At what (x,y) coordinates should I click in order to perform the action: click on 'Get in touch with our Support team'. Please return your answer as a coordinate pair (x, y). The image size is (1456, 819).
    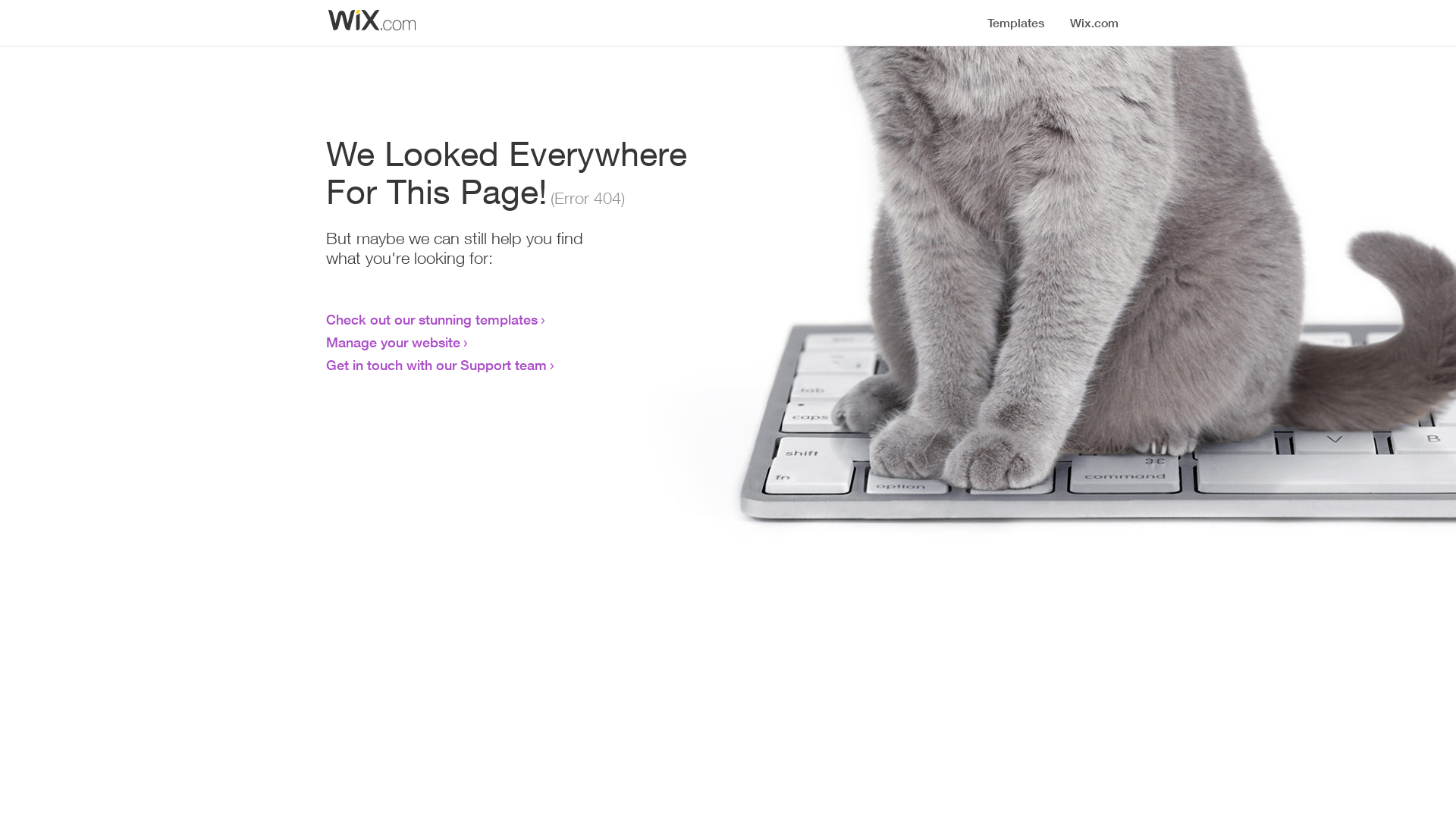
    Looking at the image, I should click on (435, 365).